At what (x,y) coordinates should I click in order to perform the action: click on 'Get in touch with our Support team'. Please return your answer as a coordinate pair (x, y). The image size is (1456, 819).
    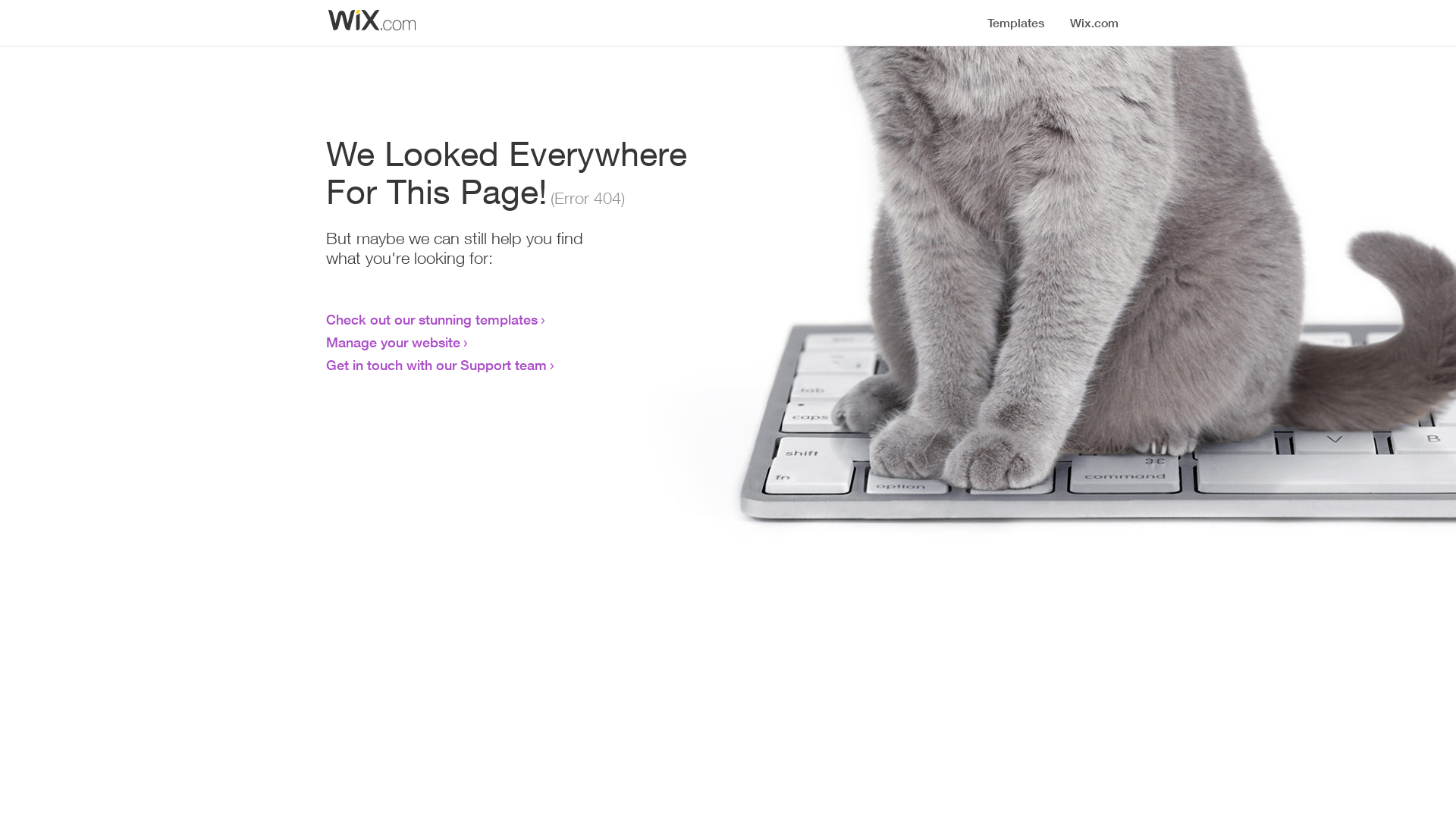
    Looking at the image, I should click on (435, 365).